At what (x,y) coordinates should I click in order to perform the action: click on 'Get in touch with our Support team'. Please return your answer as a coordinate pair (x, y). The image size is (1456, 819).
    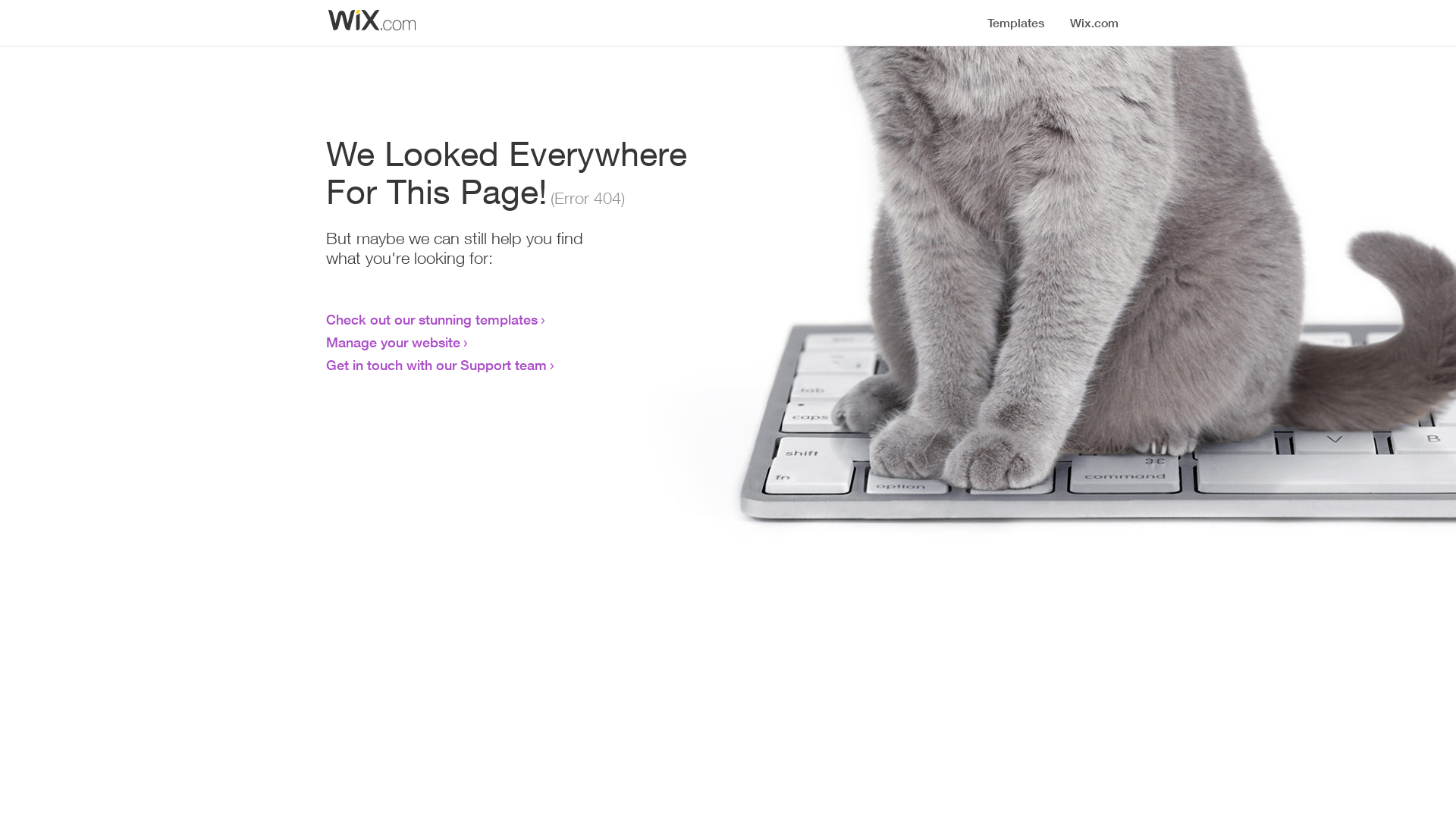
    Looking at the image, I should click on (435, 365).